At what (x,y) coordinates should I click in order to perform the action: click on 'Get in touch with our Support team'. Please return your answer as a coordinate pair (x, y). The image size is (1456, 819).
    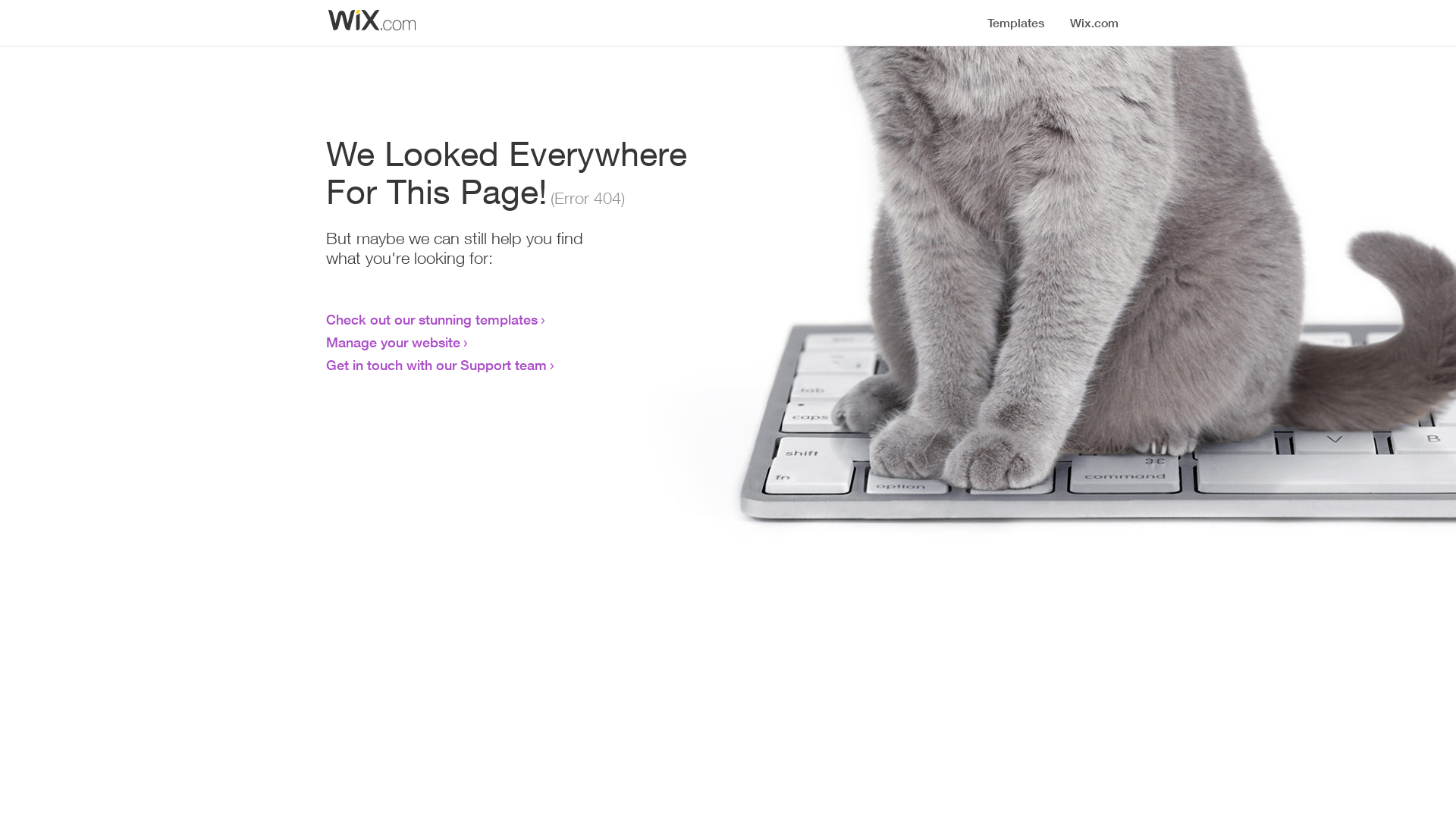
    Looking at the image, I should click on (435, 365).